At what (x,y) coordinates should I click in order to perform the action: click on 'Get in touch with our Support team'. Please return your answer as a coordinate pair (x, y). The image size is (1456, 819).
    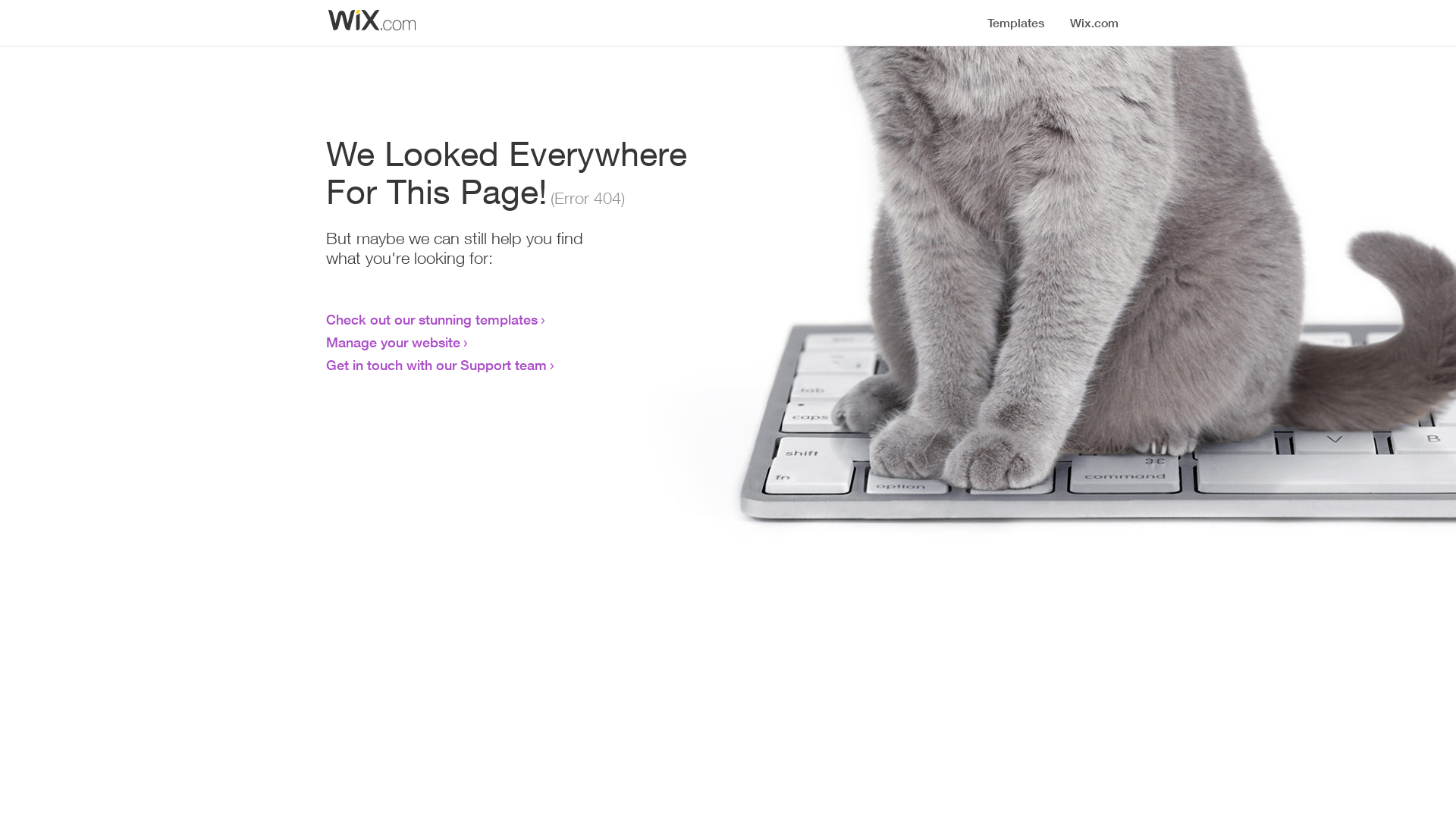
    Looking at the image, I should click on (435, 365).